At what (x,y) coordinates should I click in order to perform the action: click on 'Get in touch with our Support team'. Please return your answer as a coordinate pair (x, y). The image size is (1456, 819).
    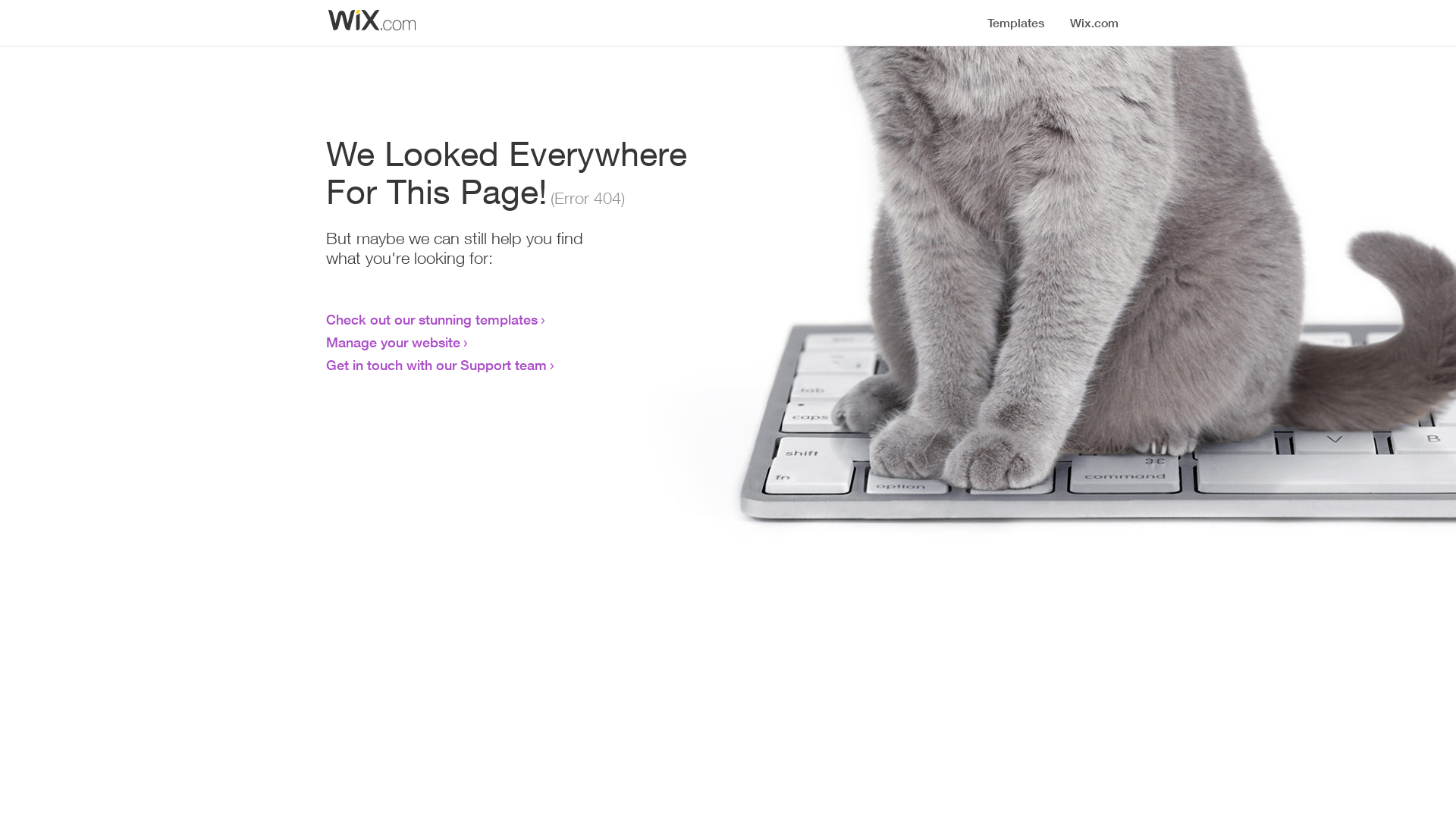
    Looking at the image, I should click on (435, 365).